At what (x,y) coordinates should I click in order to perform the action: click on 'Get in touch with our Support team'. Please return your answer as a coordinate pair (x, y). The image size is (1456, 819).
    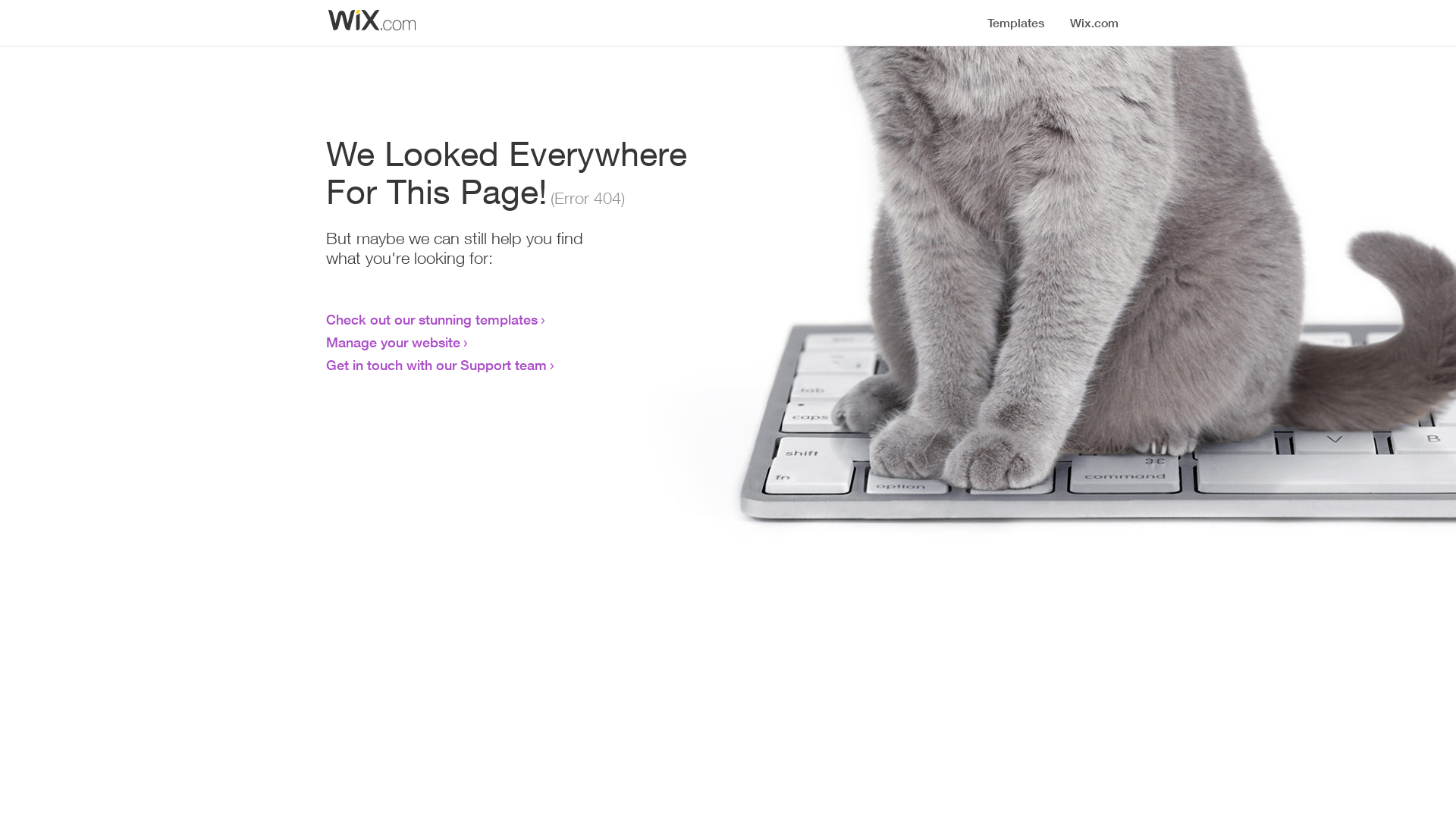
    Looking at the image, I should click on (435, 365).